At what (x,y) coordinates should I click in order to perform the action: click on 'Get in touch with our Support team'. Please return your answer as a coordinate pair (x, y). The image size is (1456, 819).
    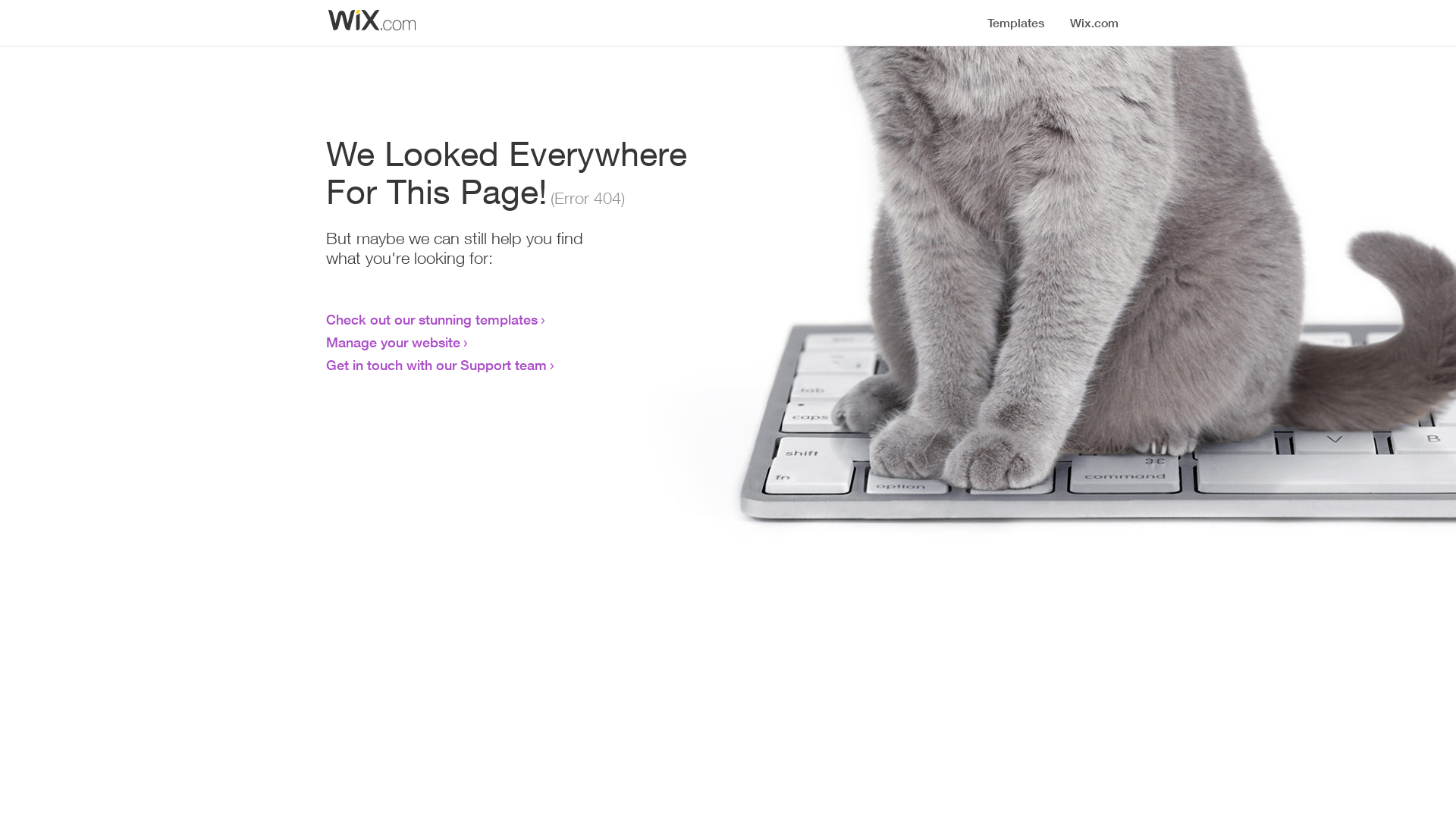
    Looking at the image, I should click on (435, 365).